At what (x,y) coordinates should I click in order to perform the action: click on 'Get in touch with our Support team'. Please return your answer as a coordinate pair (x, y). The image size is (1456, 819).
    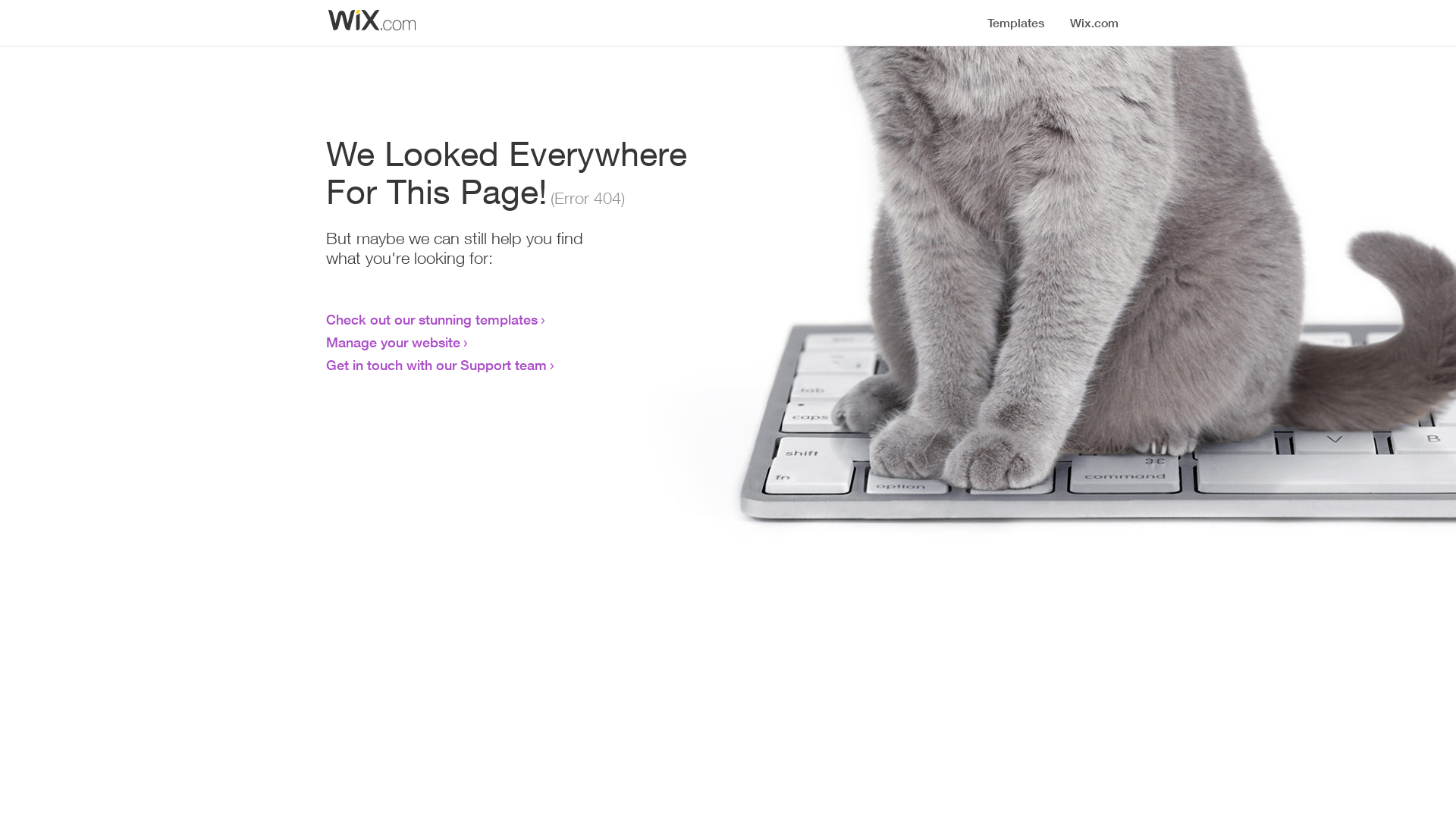
    Looking at the image, I should click on (435, 365).